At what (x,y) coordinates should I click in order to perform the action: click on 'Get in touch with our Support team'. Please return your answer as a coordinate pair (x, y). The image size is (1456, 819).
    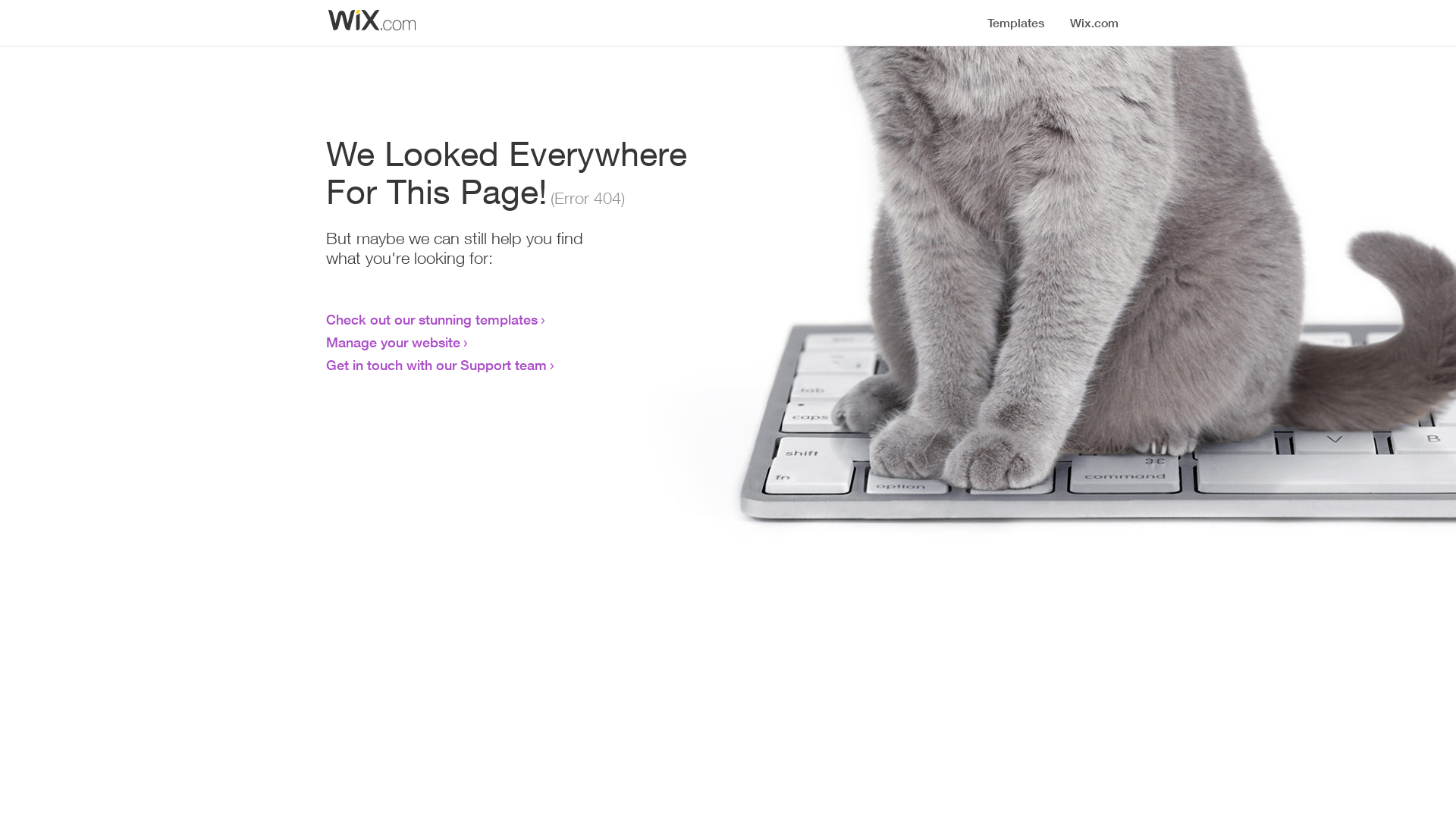
    Looking at the image, I should click on (435, 365).